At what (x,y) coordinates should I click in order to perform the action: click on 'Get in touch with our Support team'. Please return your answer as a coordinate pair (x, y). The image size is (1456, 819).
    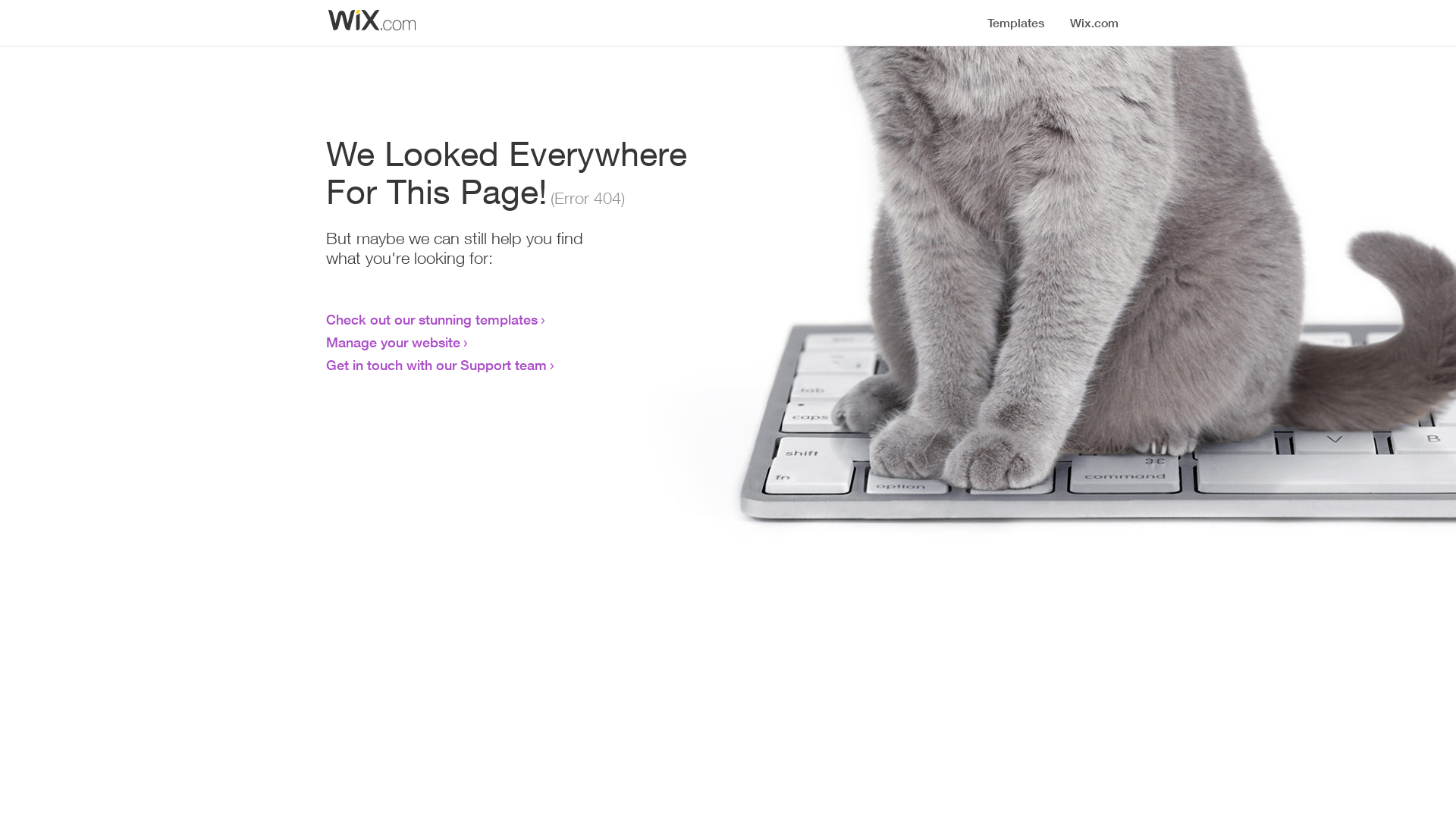
    Looking at the image, I should click on (435, 365).